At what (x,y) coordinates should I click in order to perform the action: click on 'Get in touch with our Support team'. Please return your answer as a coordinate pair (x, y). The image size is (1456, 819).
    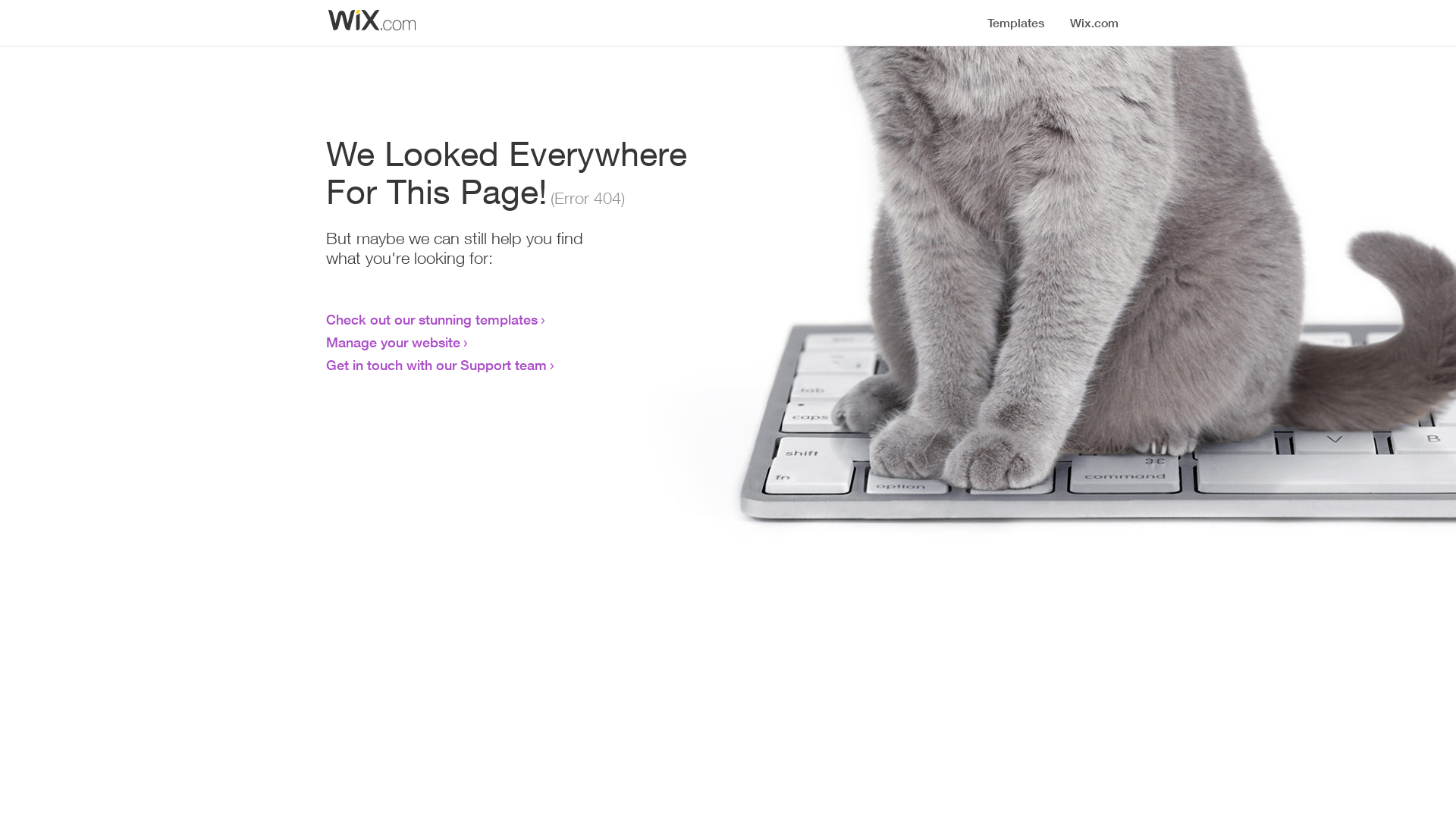
    Looking at the image, I should click on (435, 365).